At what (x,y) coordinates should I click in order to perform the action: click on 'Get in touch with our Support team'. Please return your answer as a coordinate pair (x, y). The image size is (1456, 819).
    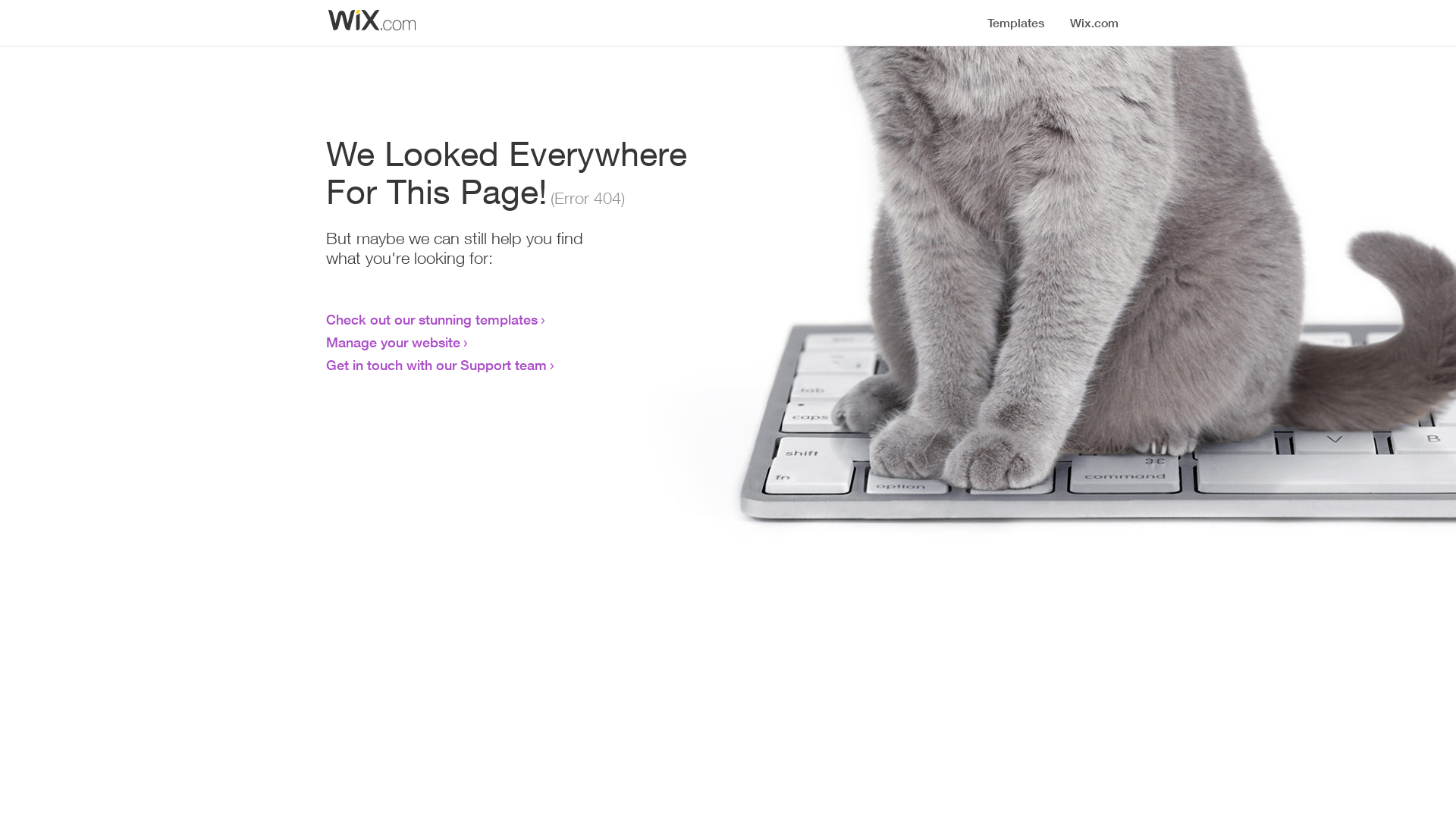
    Looking at the image, I should click on (435, 365).